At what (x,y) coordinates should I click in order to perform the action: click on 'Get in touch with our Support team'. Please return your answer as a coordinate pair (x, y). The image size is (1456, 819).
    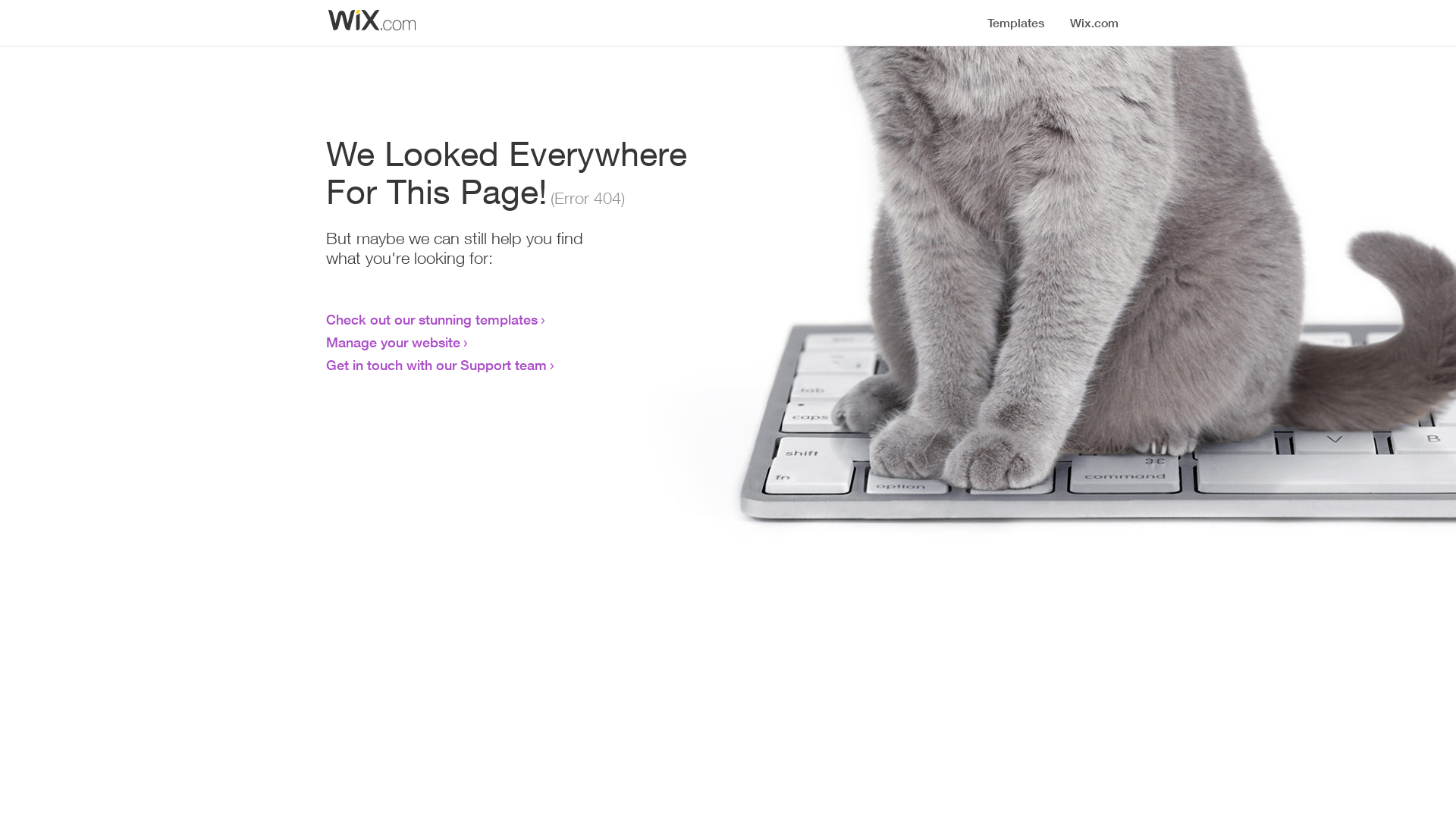
    Looking at the image, I should click on (435, 365).